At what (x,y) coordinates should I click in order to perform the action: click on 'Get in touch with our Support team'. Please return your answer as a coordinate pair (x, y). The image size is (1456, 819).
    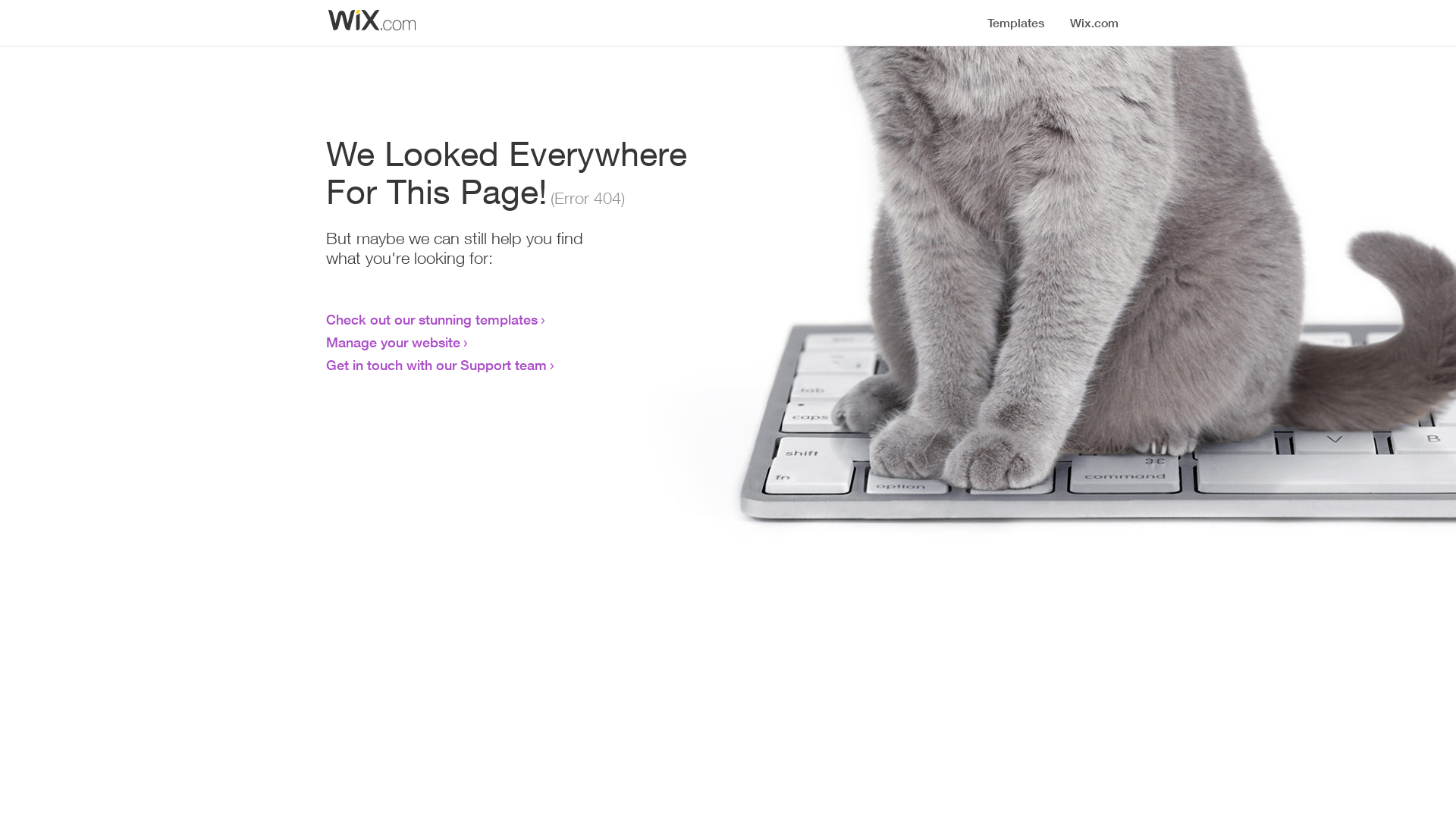
    Looking at the image, I should click on (435, 365).